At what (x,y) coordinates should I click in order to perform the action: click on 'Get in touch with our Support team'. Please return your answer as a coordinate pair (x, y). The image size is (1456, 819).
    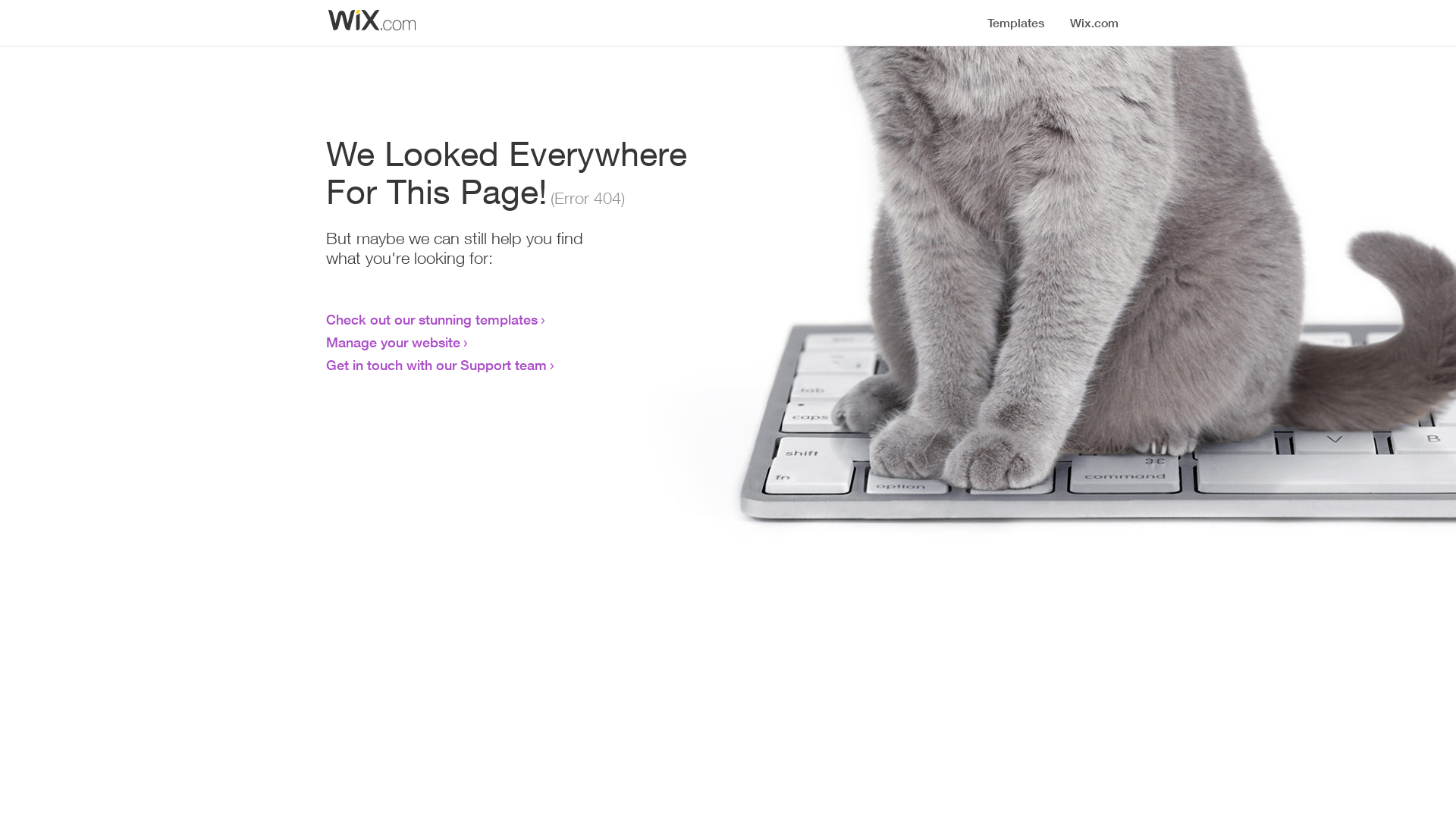
    Looking at the image, I should click on (435, 365).